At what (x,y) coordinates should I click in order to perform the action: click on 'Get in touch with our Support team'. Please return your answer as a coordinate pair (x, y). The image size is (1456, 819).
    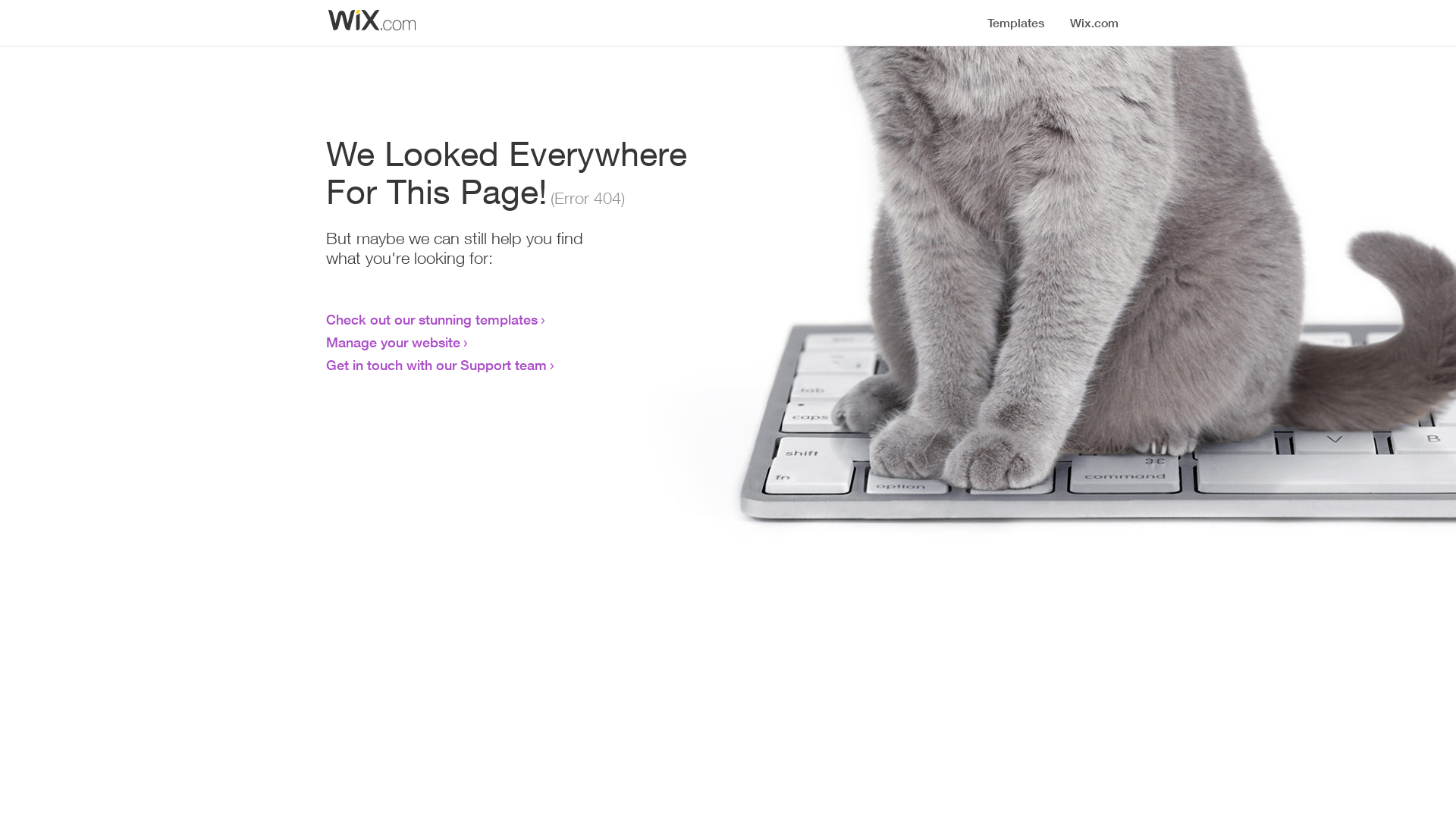
    Looking at the image, I should click on (435, 365).